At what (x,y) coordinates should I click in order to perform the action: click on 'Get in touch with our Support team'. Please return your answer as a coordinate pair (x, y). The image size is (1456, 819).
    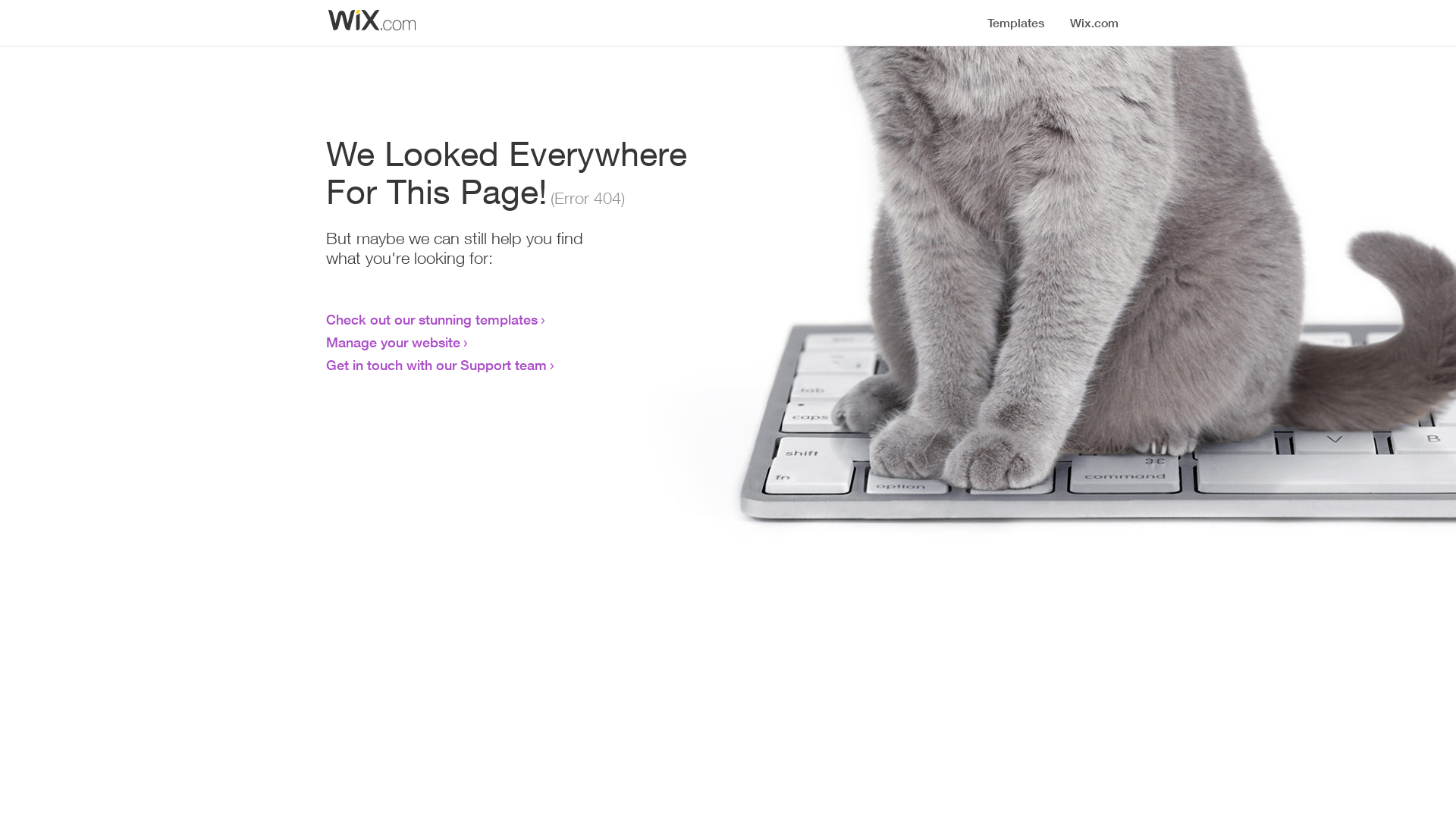
    Looking at the image, I should click on (435, 365).